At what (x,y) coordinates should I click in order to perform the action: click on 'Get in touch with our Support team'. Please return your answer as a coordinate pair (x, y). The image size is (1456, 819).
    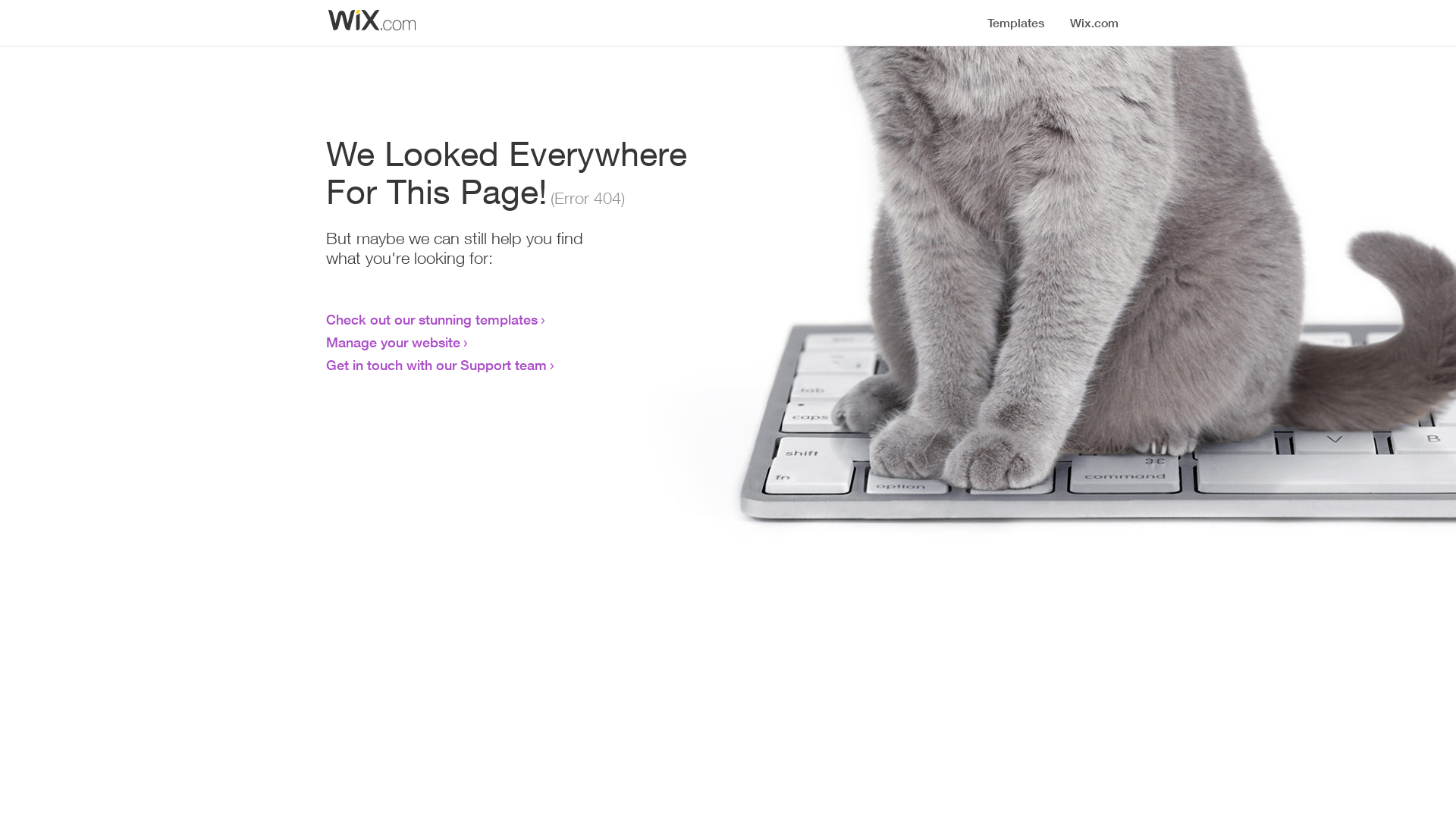
    Looking at the image, I should click on (435, 365).